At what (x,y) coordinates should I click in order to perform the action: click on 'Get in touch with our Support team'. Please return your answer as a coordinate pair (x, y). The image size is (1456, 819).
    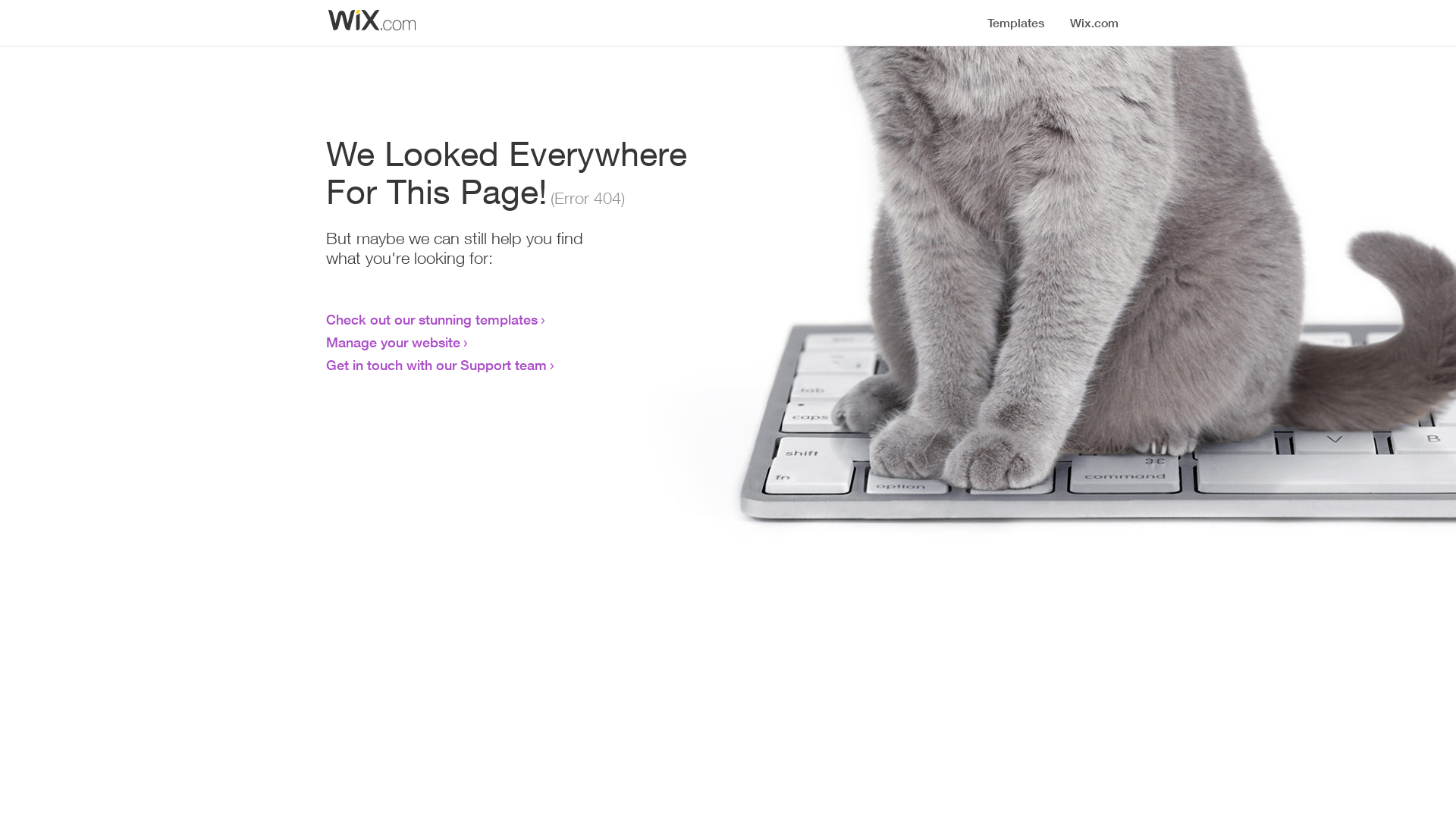
    Looking at the image, I should click on (435, 365).